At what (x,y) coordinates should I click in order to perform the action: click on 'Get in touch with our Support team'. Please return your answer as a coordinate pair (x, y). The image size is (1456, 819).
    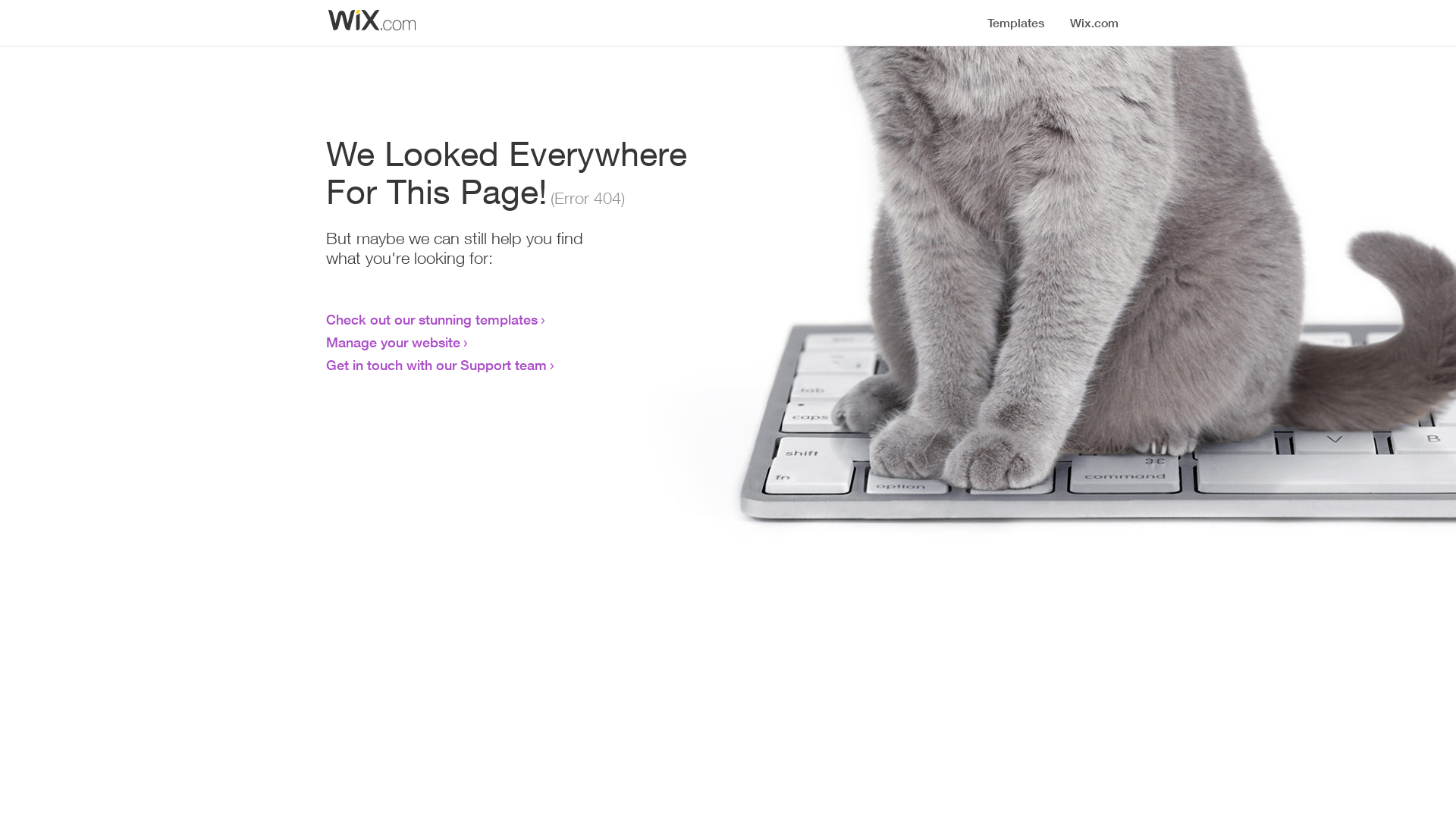
    Looking at the image, I should click on (435, 365).